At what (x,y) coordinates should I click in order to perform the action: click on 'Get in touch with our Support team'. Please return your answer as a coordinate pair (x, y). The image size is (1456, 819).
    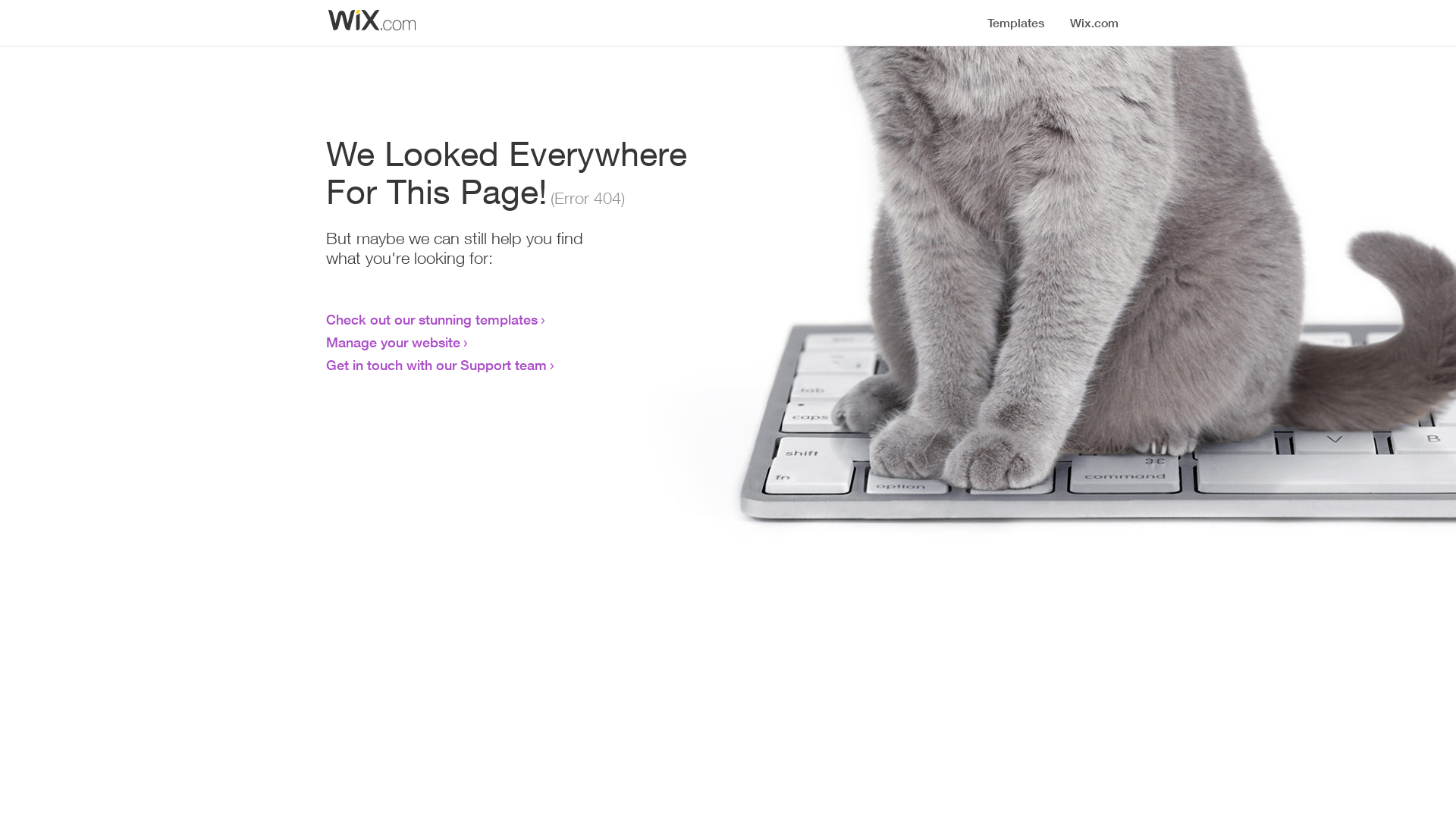
    Looking at the image, I should click on (435, 365).